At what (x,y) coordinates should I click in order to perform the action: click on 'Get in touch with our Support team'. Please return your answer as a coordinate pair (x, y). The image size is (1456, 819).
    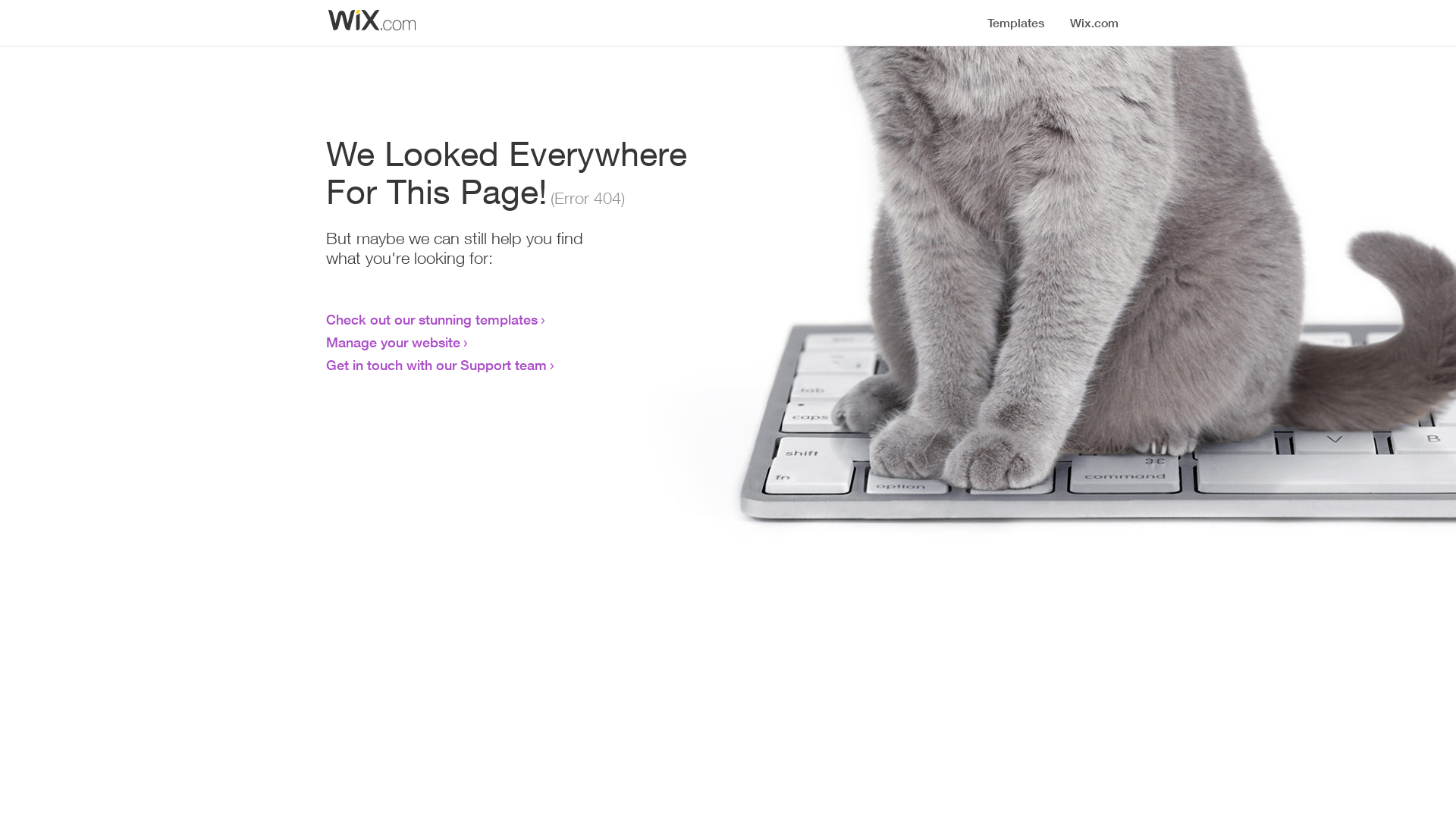
    Looking at the image, I should click on (435, 365).